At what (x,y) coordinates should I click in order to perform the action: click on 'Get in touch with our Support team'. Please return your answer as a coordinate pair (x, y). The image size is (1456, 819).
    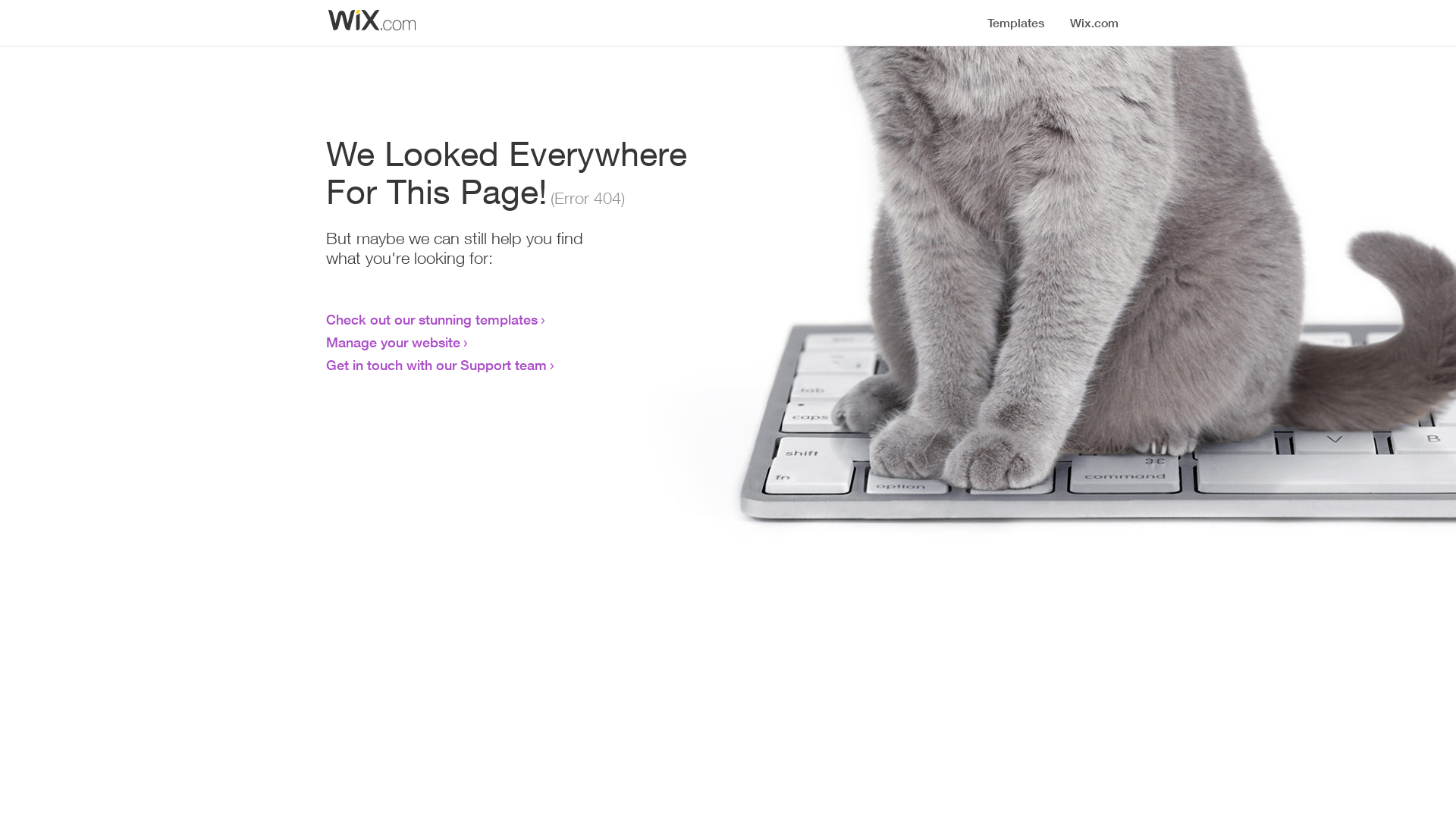
    Looking at the image, I should click on (435, 365).